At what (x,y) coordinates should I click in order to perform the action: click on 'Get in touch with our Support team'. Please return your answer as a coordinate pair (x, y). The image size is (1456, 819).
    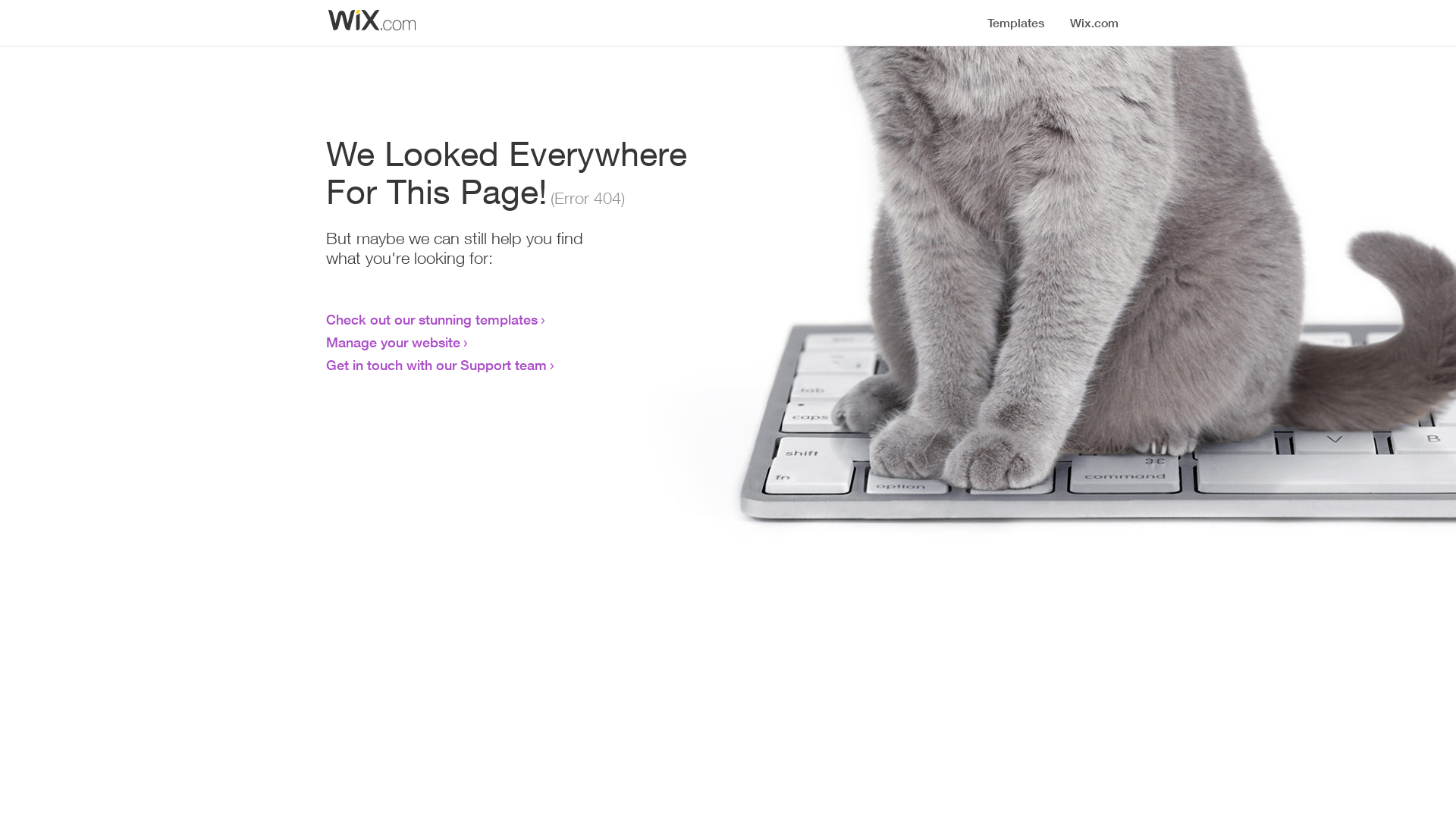
    Looking at the image, I should click on (435, 365).